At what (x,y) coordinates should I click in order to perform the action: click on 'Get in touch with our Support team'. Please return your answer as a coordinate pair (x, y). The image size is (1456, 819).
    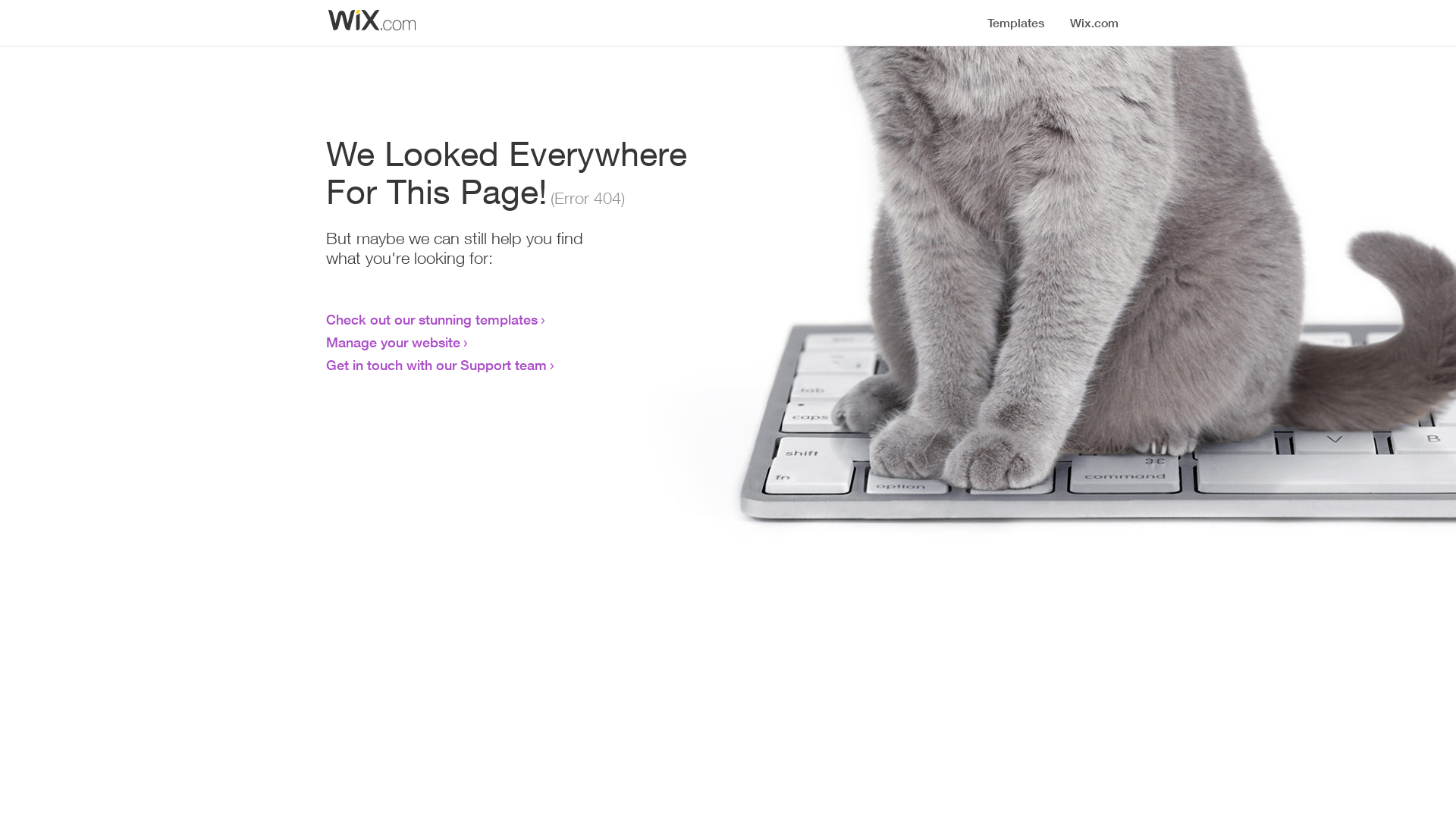
    Looking at the image, I should click on (435, 365).